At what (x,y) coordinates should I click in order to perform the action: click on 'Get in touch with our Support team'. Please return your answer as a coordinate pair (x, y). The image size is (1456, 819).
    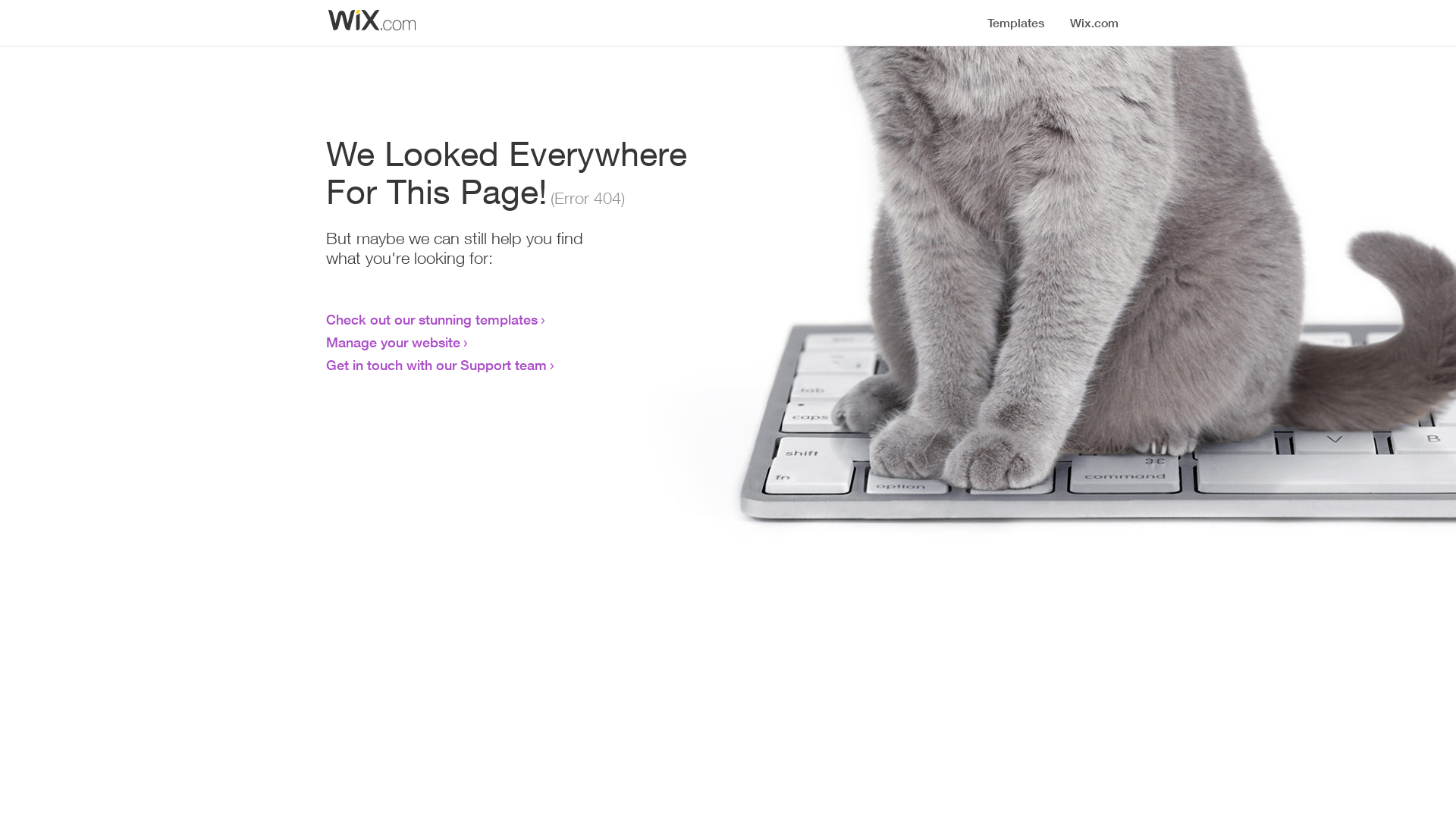
    Looking at the image, I should click on (435, 365).